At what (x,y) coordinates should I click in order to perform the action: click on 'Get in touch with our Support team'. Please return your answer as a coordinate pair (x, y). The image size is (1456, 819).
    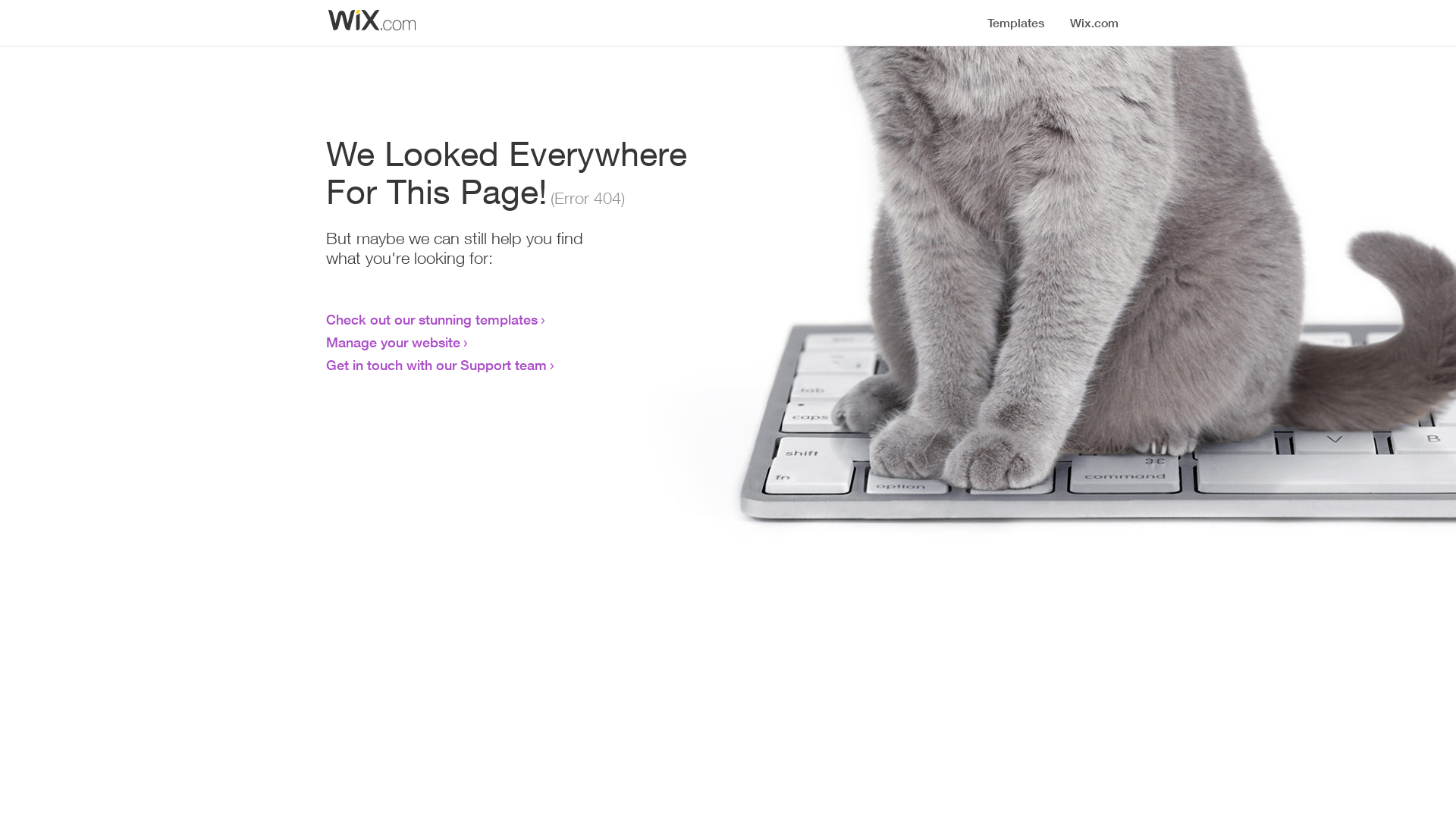
    Looking at the image, I should click on (435, 365).